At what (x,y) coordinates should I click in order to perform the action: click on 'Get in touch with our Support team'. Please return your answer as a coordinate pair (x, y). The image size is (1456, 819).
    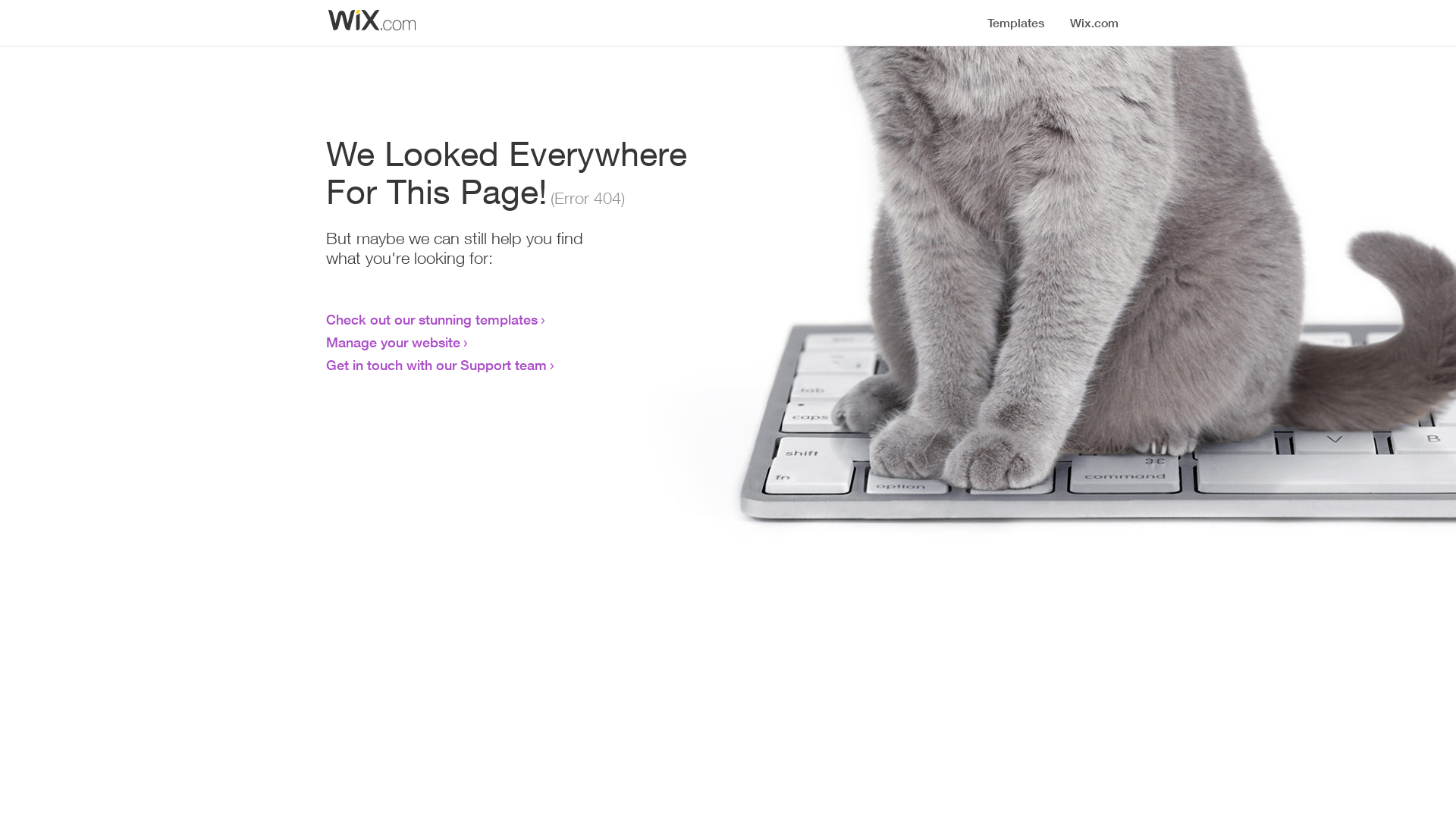
    Looking at the image, I should click on (435, 365).